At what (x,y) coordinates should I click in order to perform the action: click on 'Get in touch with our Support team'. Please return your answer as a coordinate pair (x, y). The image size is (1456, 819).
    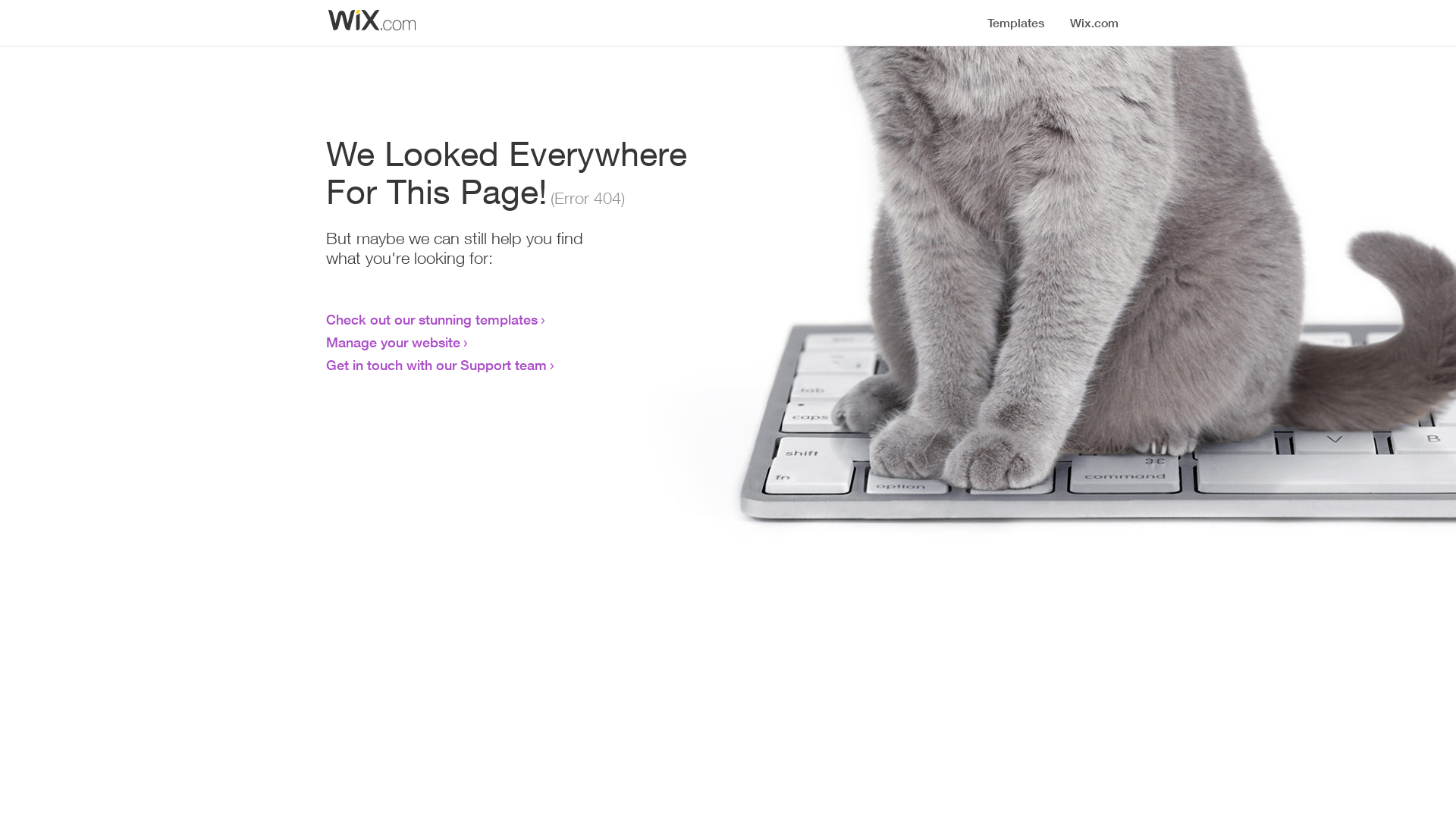
    Looking at the image, I should click on (435, 365).